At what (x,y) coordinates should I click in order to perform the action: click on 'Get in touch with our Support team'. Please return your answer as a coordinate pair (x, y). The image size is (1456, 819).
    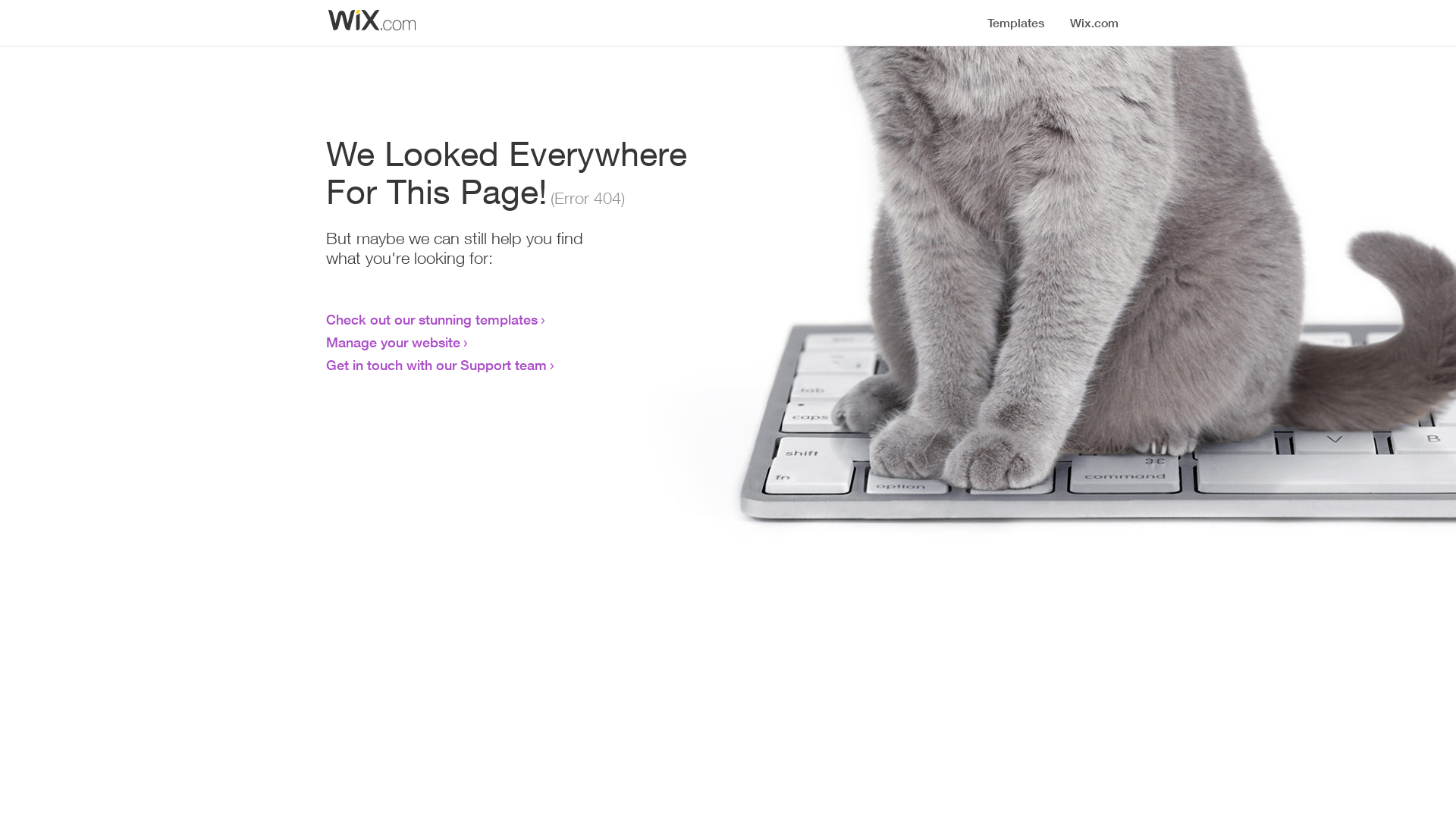
    Looking at the image, I should click on (435, 365).